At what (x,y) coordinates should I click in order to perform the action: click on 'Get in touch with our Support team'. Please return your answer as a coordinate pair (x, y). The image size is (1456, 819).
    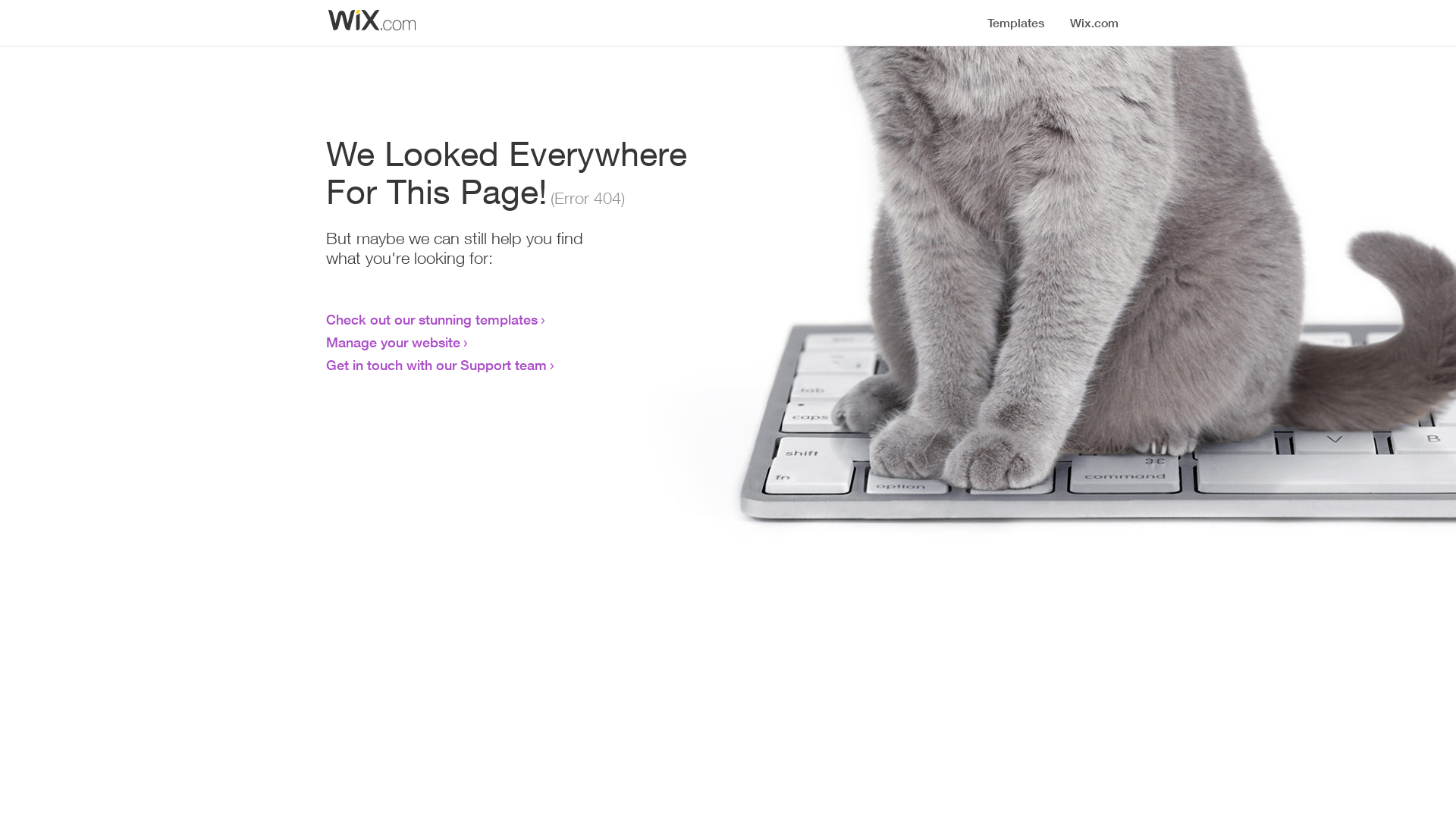
    Looking at the image, I should click on (435, 365).